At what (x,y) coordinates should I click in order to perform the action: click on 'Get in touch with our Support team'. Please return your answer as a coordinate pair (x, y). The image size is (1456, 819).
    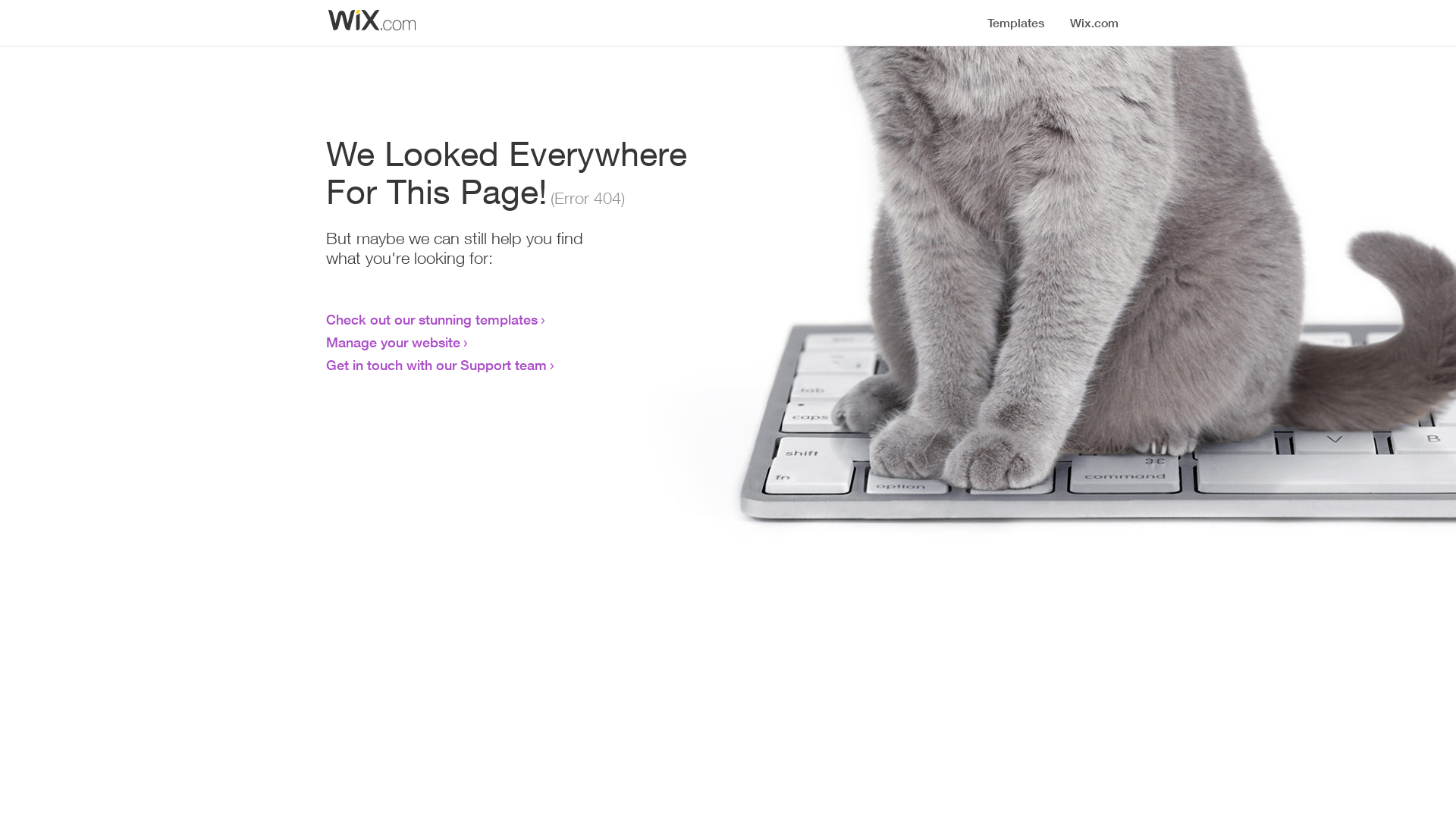
    Looking at the image, I should click on (435, 365).